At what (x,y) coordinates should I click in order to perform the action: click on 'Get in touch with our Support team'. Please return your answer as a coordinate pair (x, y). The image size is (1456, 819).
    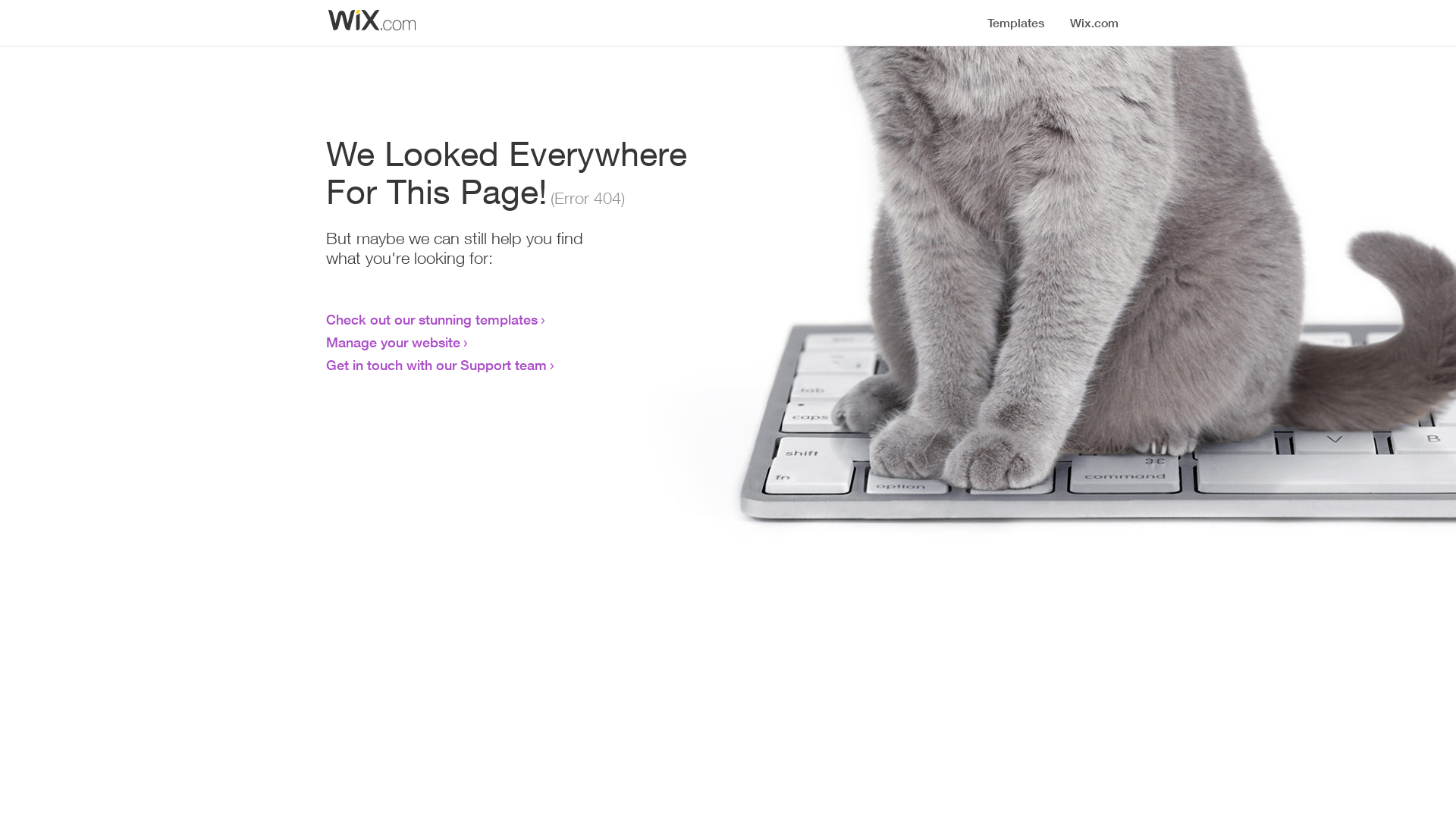
    Looking at the image, I should click on (435, 365).